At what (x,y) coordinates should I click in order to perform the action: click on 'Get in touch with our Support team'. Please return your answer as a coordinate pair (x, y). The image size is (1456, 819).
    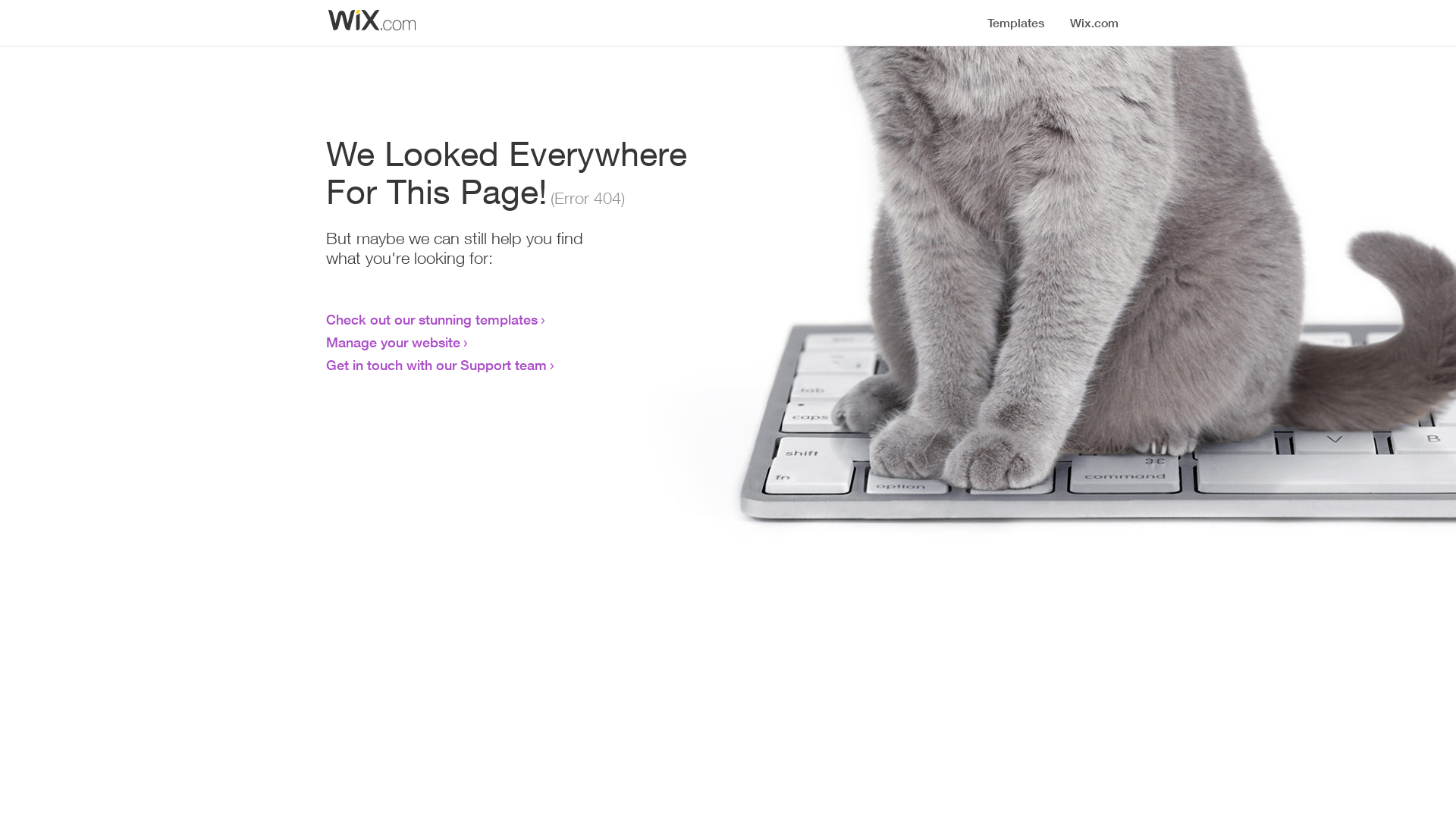
    Looking at the image, I should click on (435, 365).